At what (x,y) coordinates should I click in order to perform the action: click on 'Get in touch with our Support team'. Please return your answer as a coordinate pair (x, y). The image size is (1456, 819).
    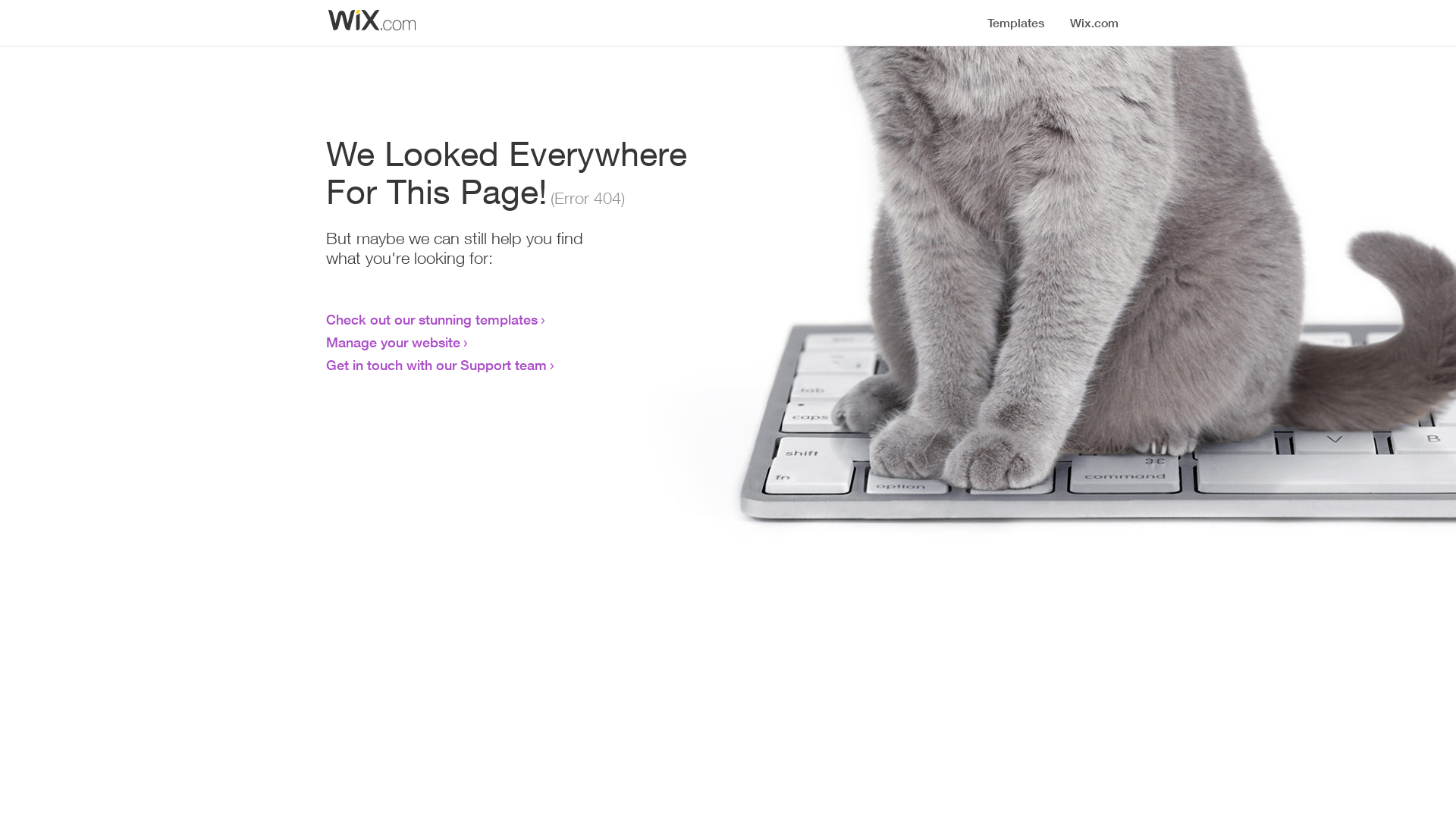
    Looking at the image, I should click on (435, 365).